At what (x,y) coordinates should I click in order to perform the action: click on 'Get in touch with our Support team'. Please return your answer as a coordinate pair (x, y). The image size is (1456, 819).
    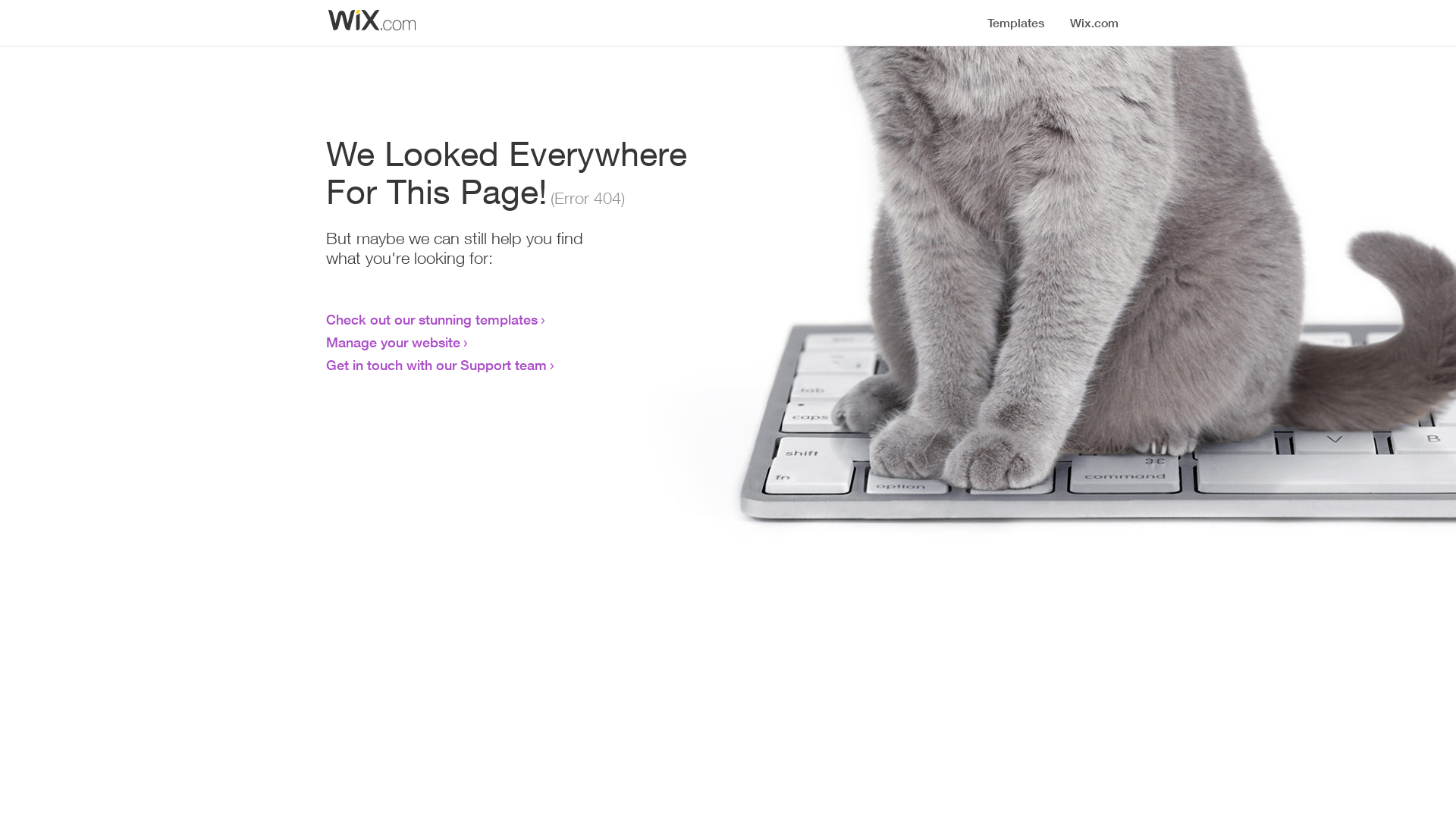
    Looking at the image, I should click on (435, 365).